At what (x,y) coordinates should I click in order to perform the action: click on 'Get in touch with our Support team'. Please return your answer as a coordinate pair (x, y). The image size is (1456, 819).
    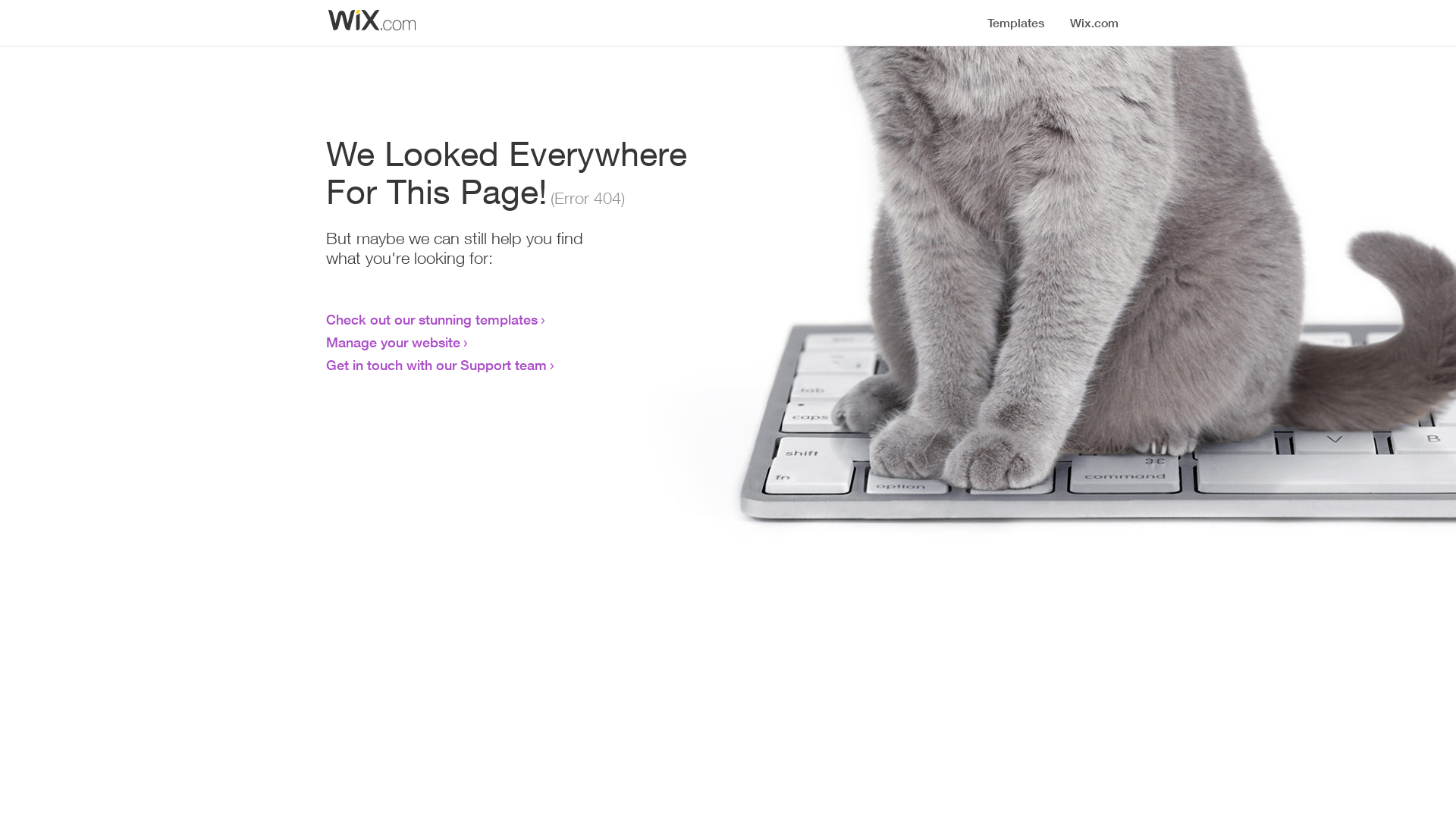
    Looking at the image, I should click on (435, 365).